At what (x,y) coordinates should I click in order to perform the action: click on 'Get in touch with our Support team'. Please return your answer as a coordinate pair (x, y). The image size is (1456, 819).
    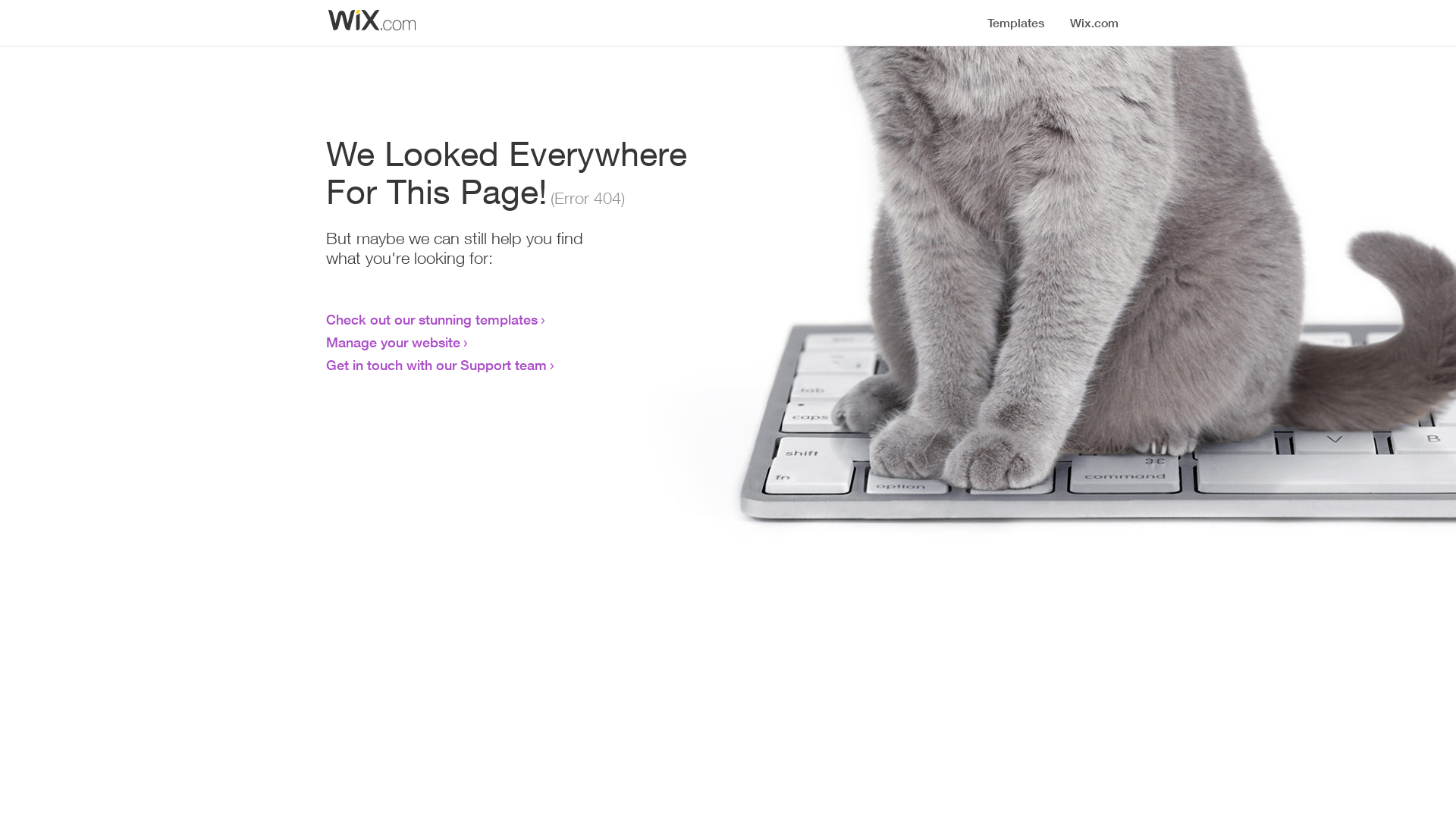
    Looking at the image, I should click on (435, 365).